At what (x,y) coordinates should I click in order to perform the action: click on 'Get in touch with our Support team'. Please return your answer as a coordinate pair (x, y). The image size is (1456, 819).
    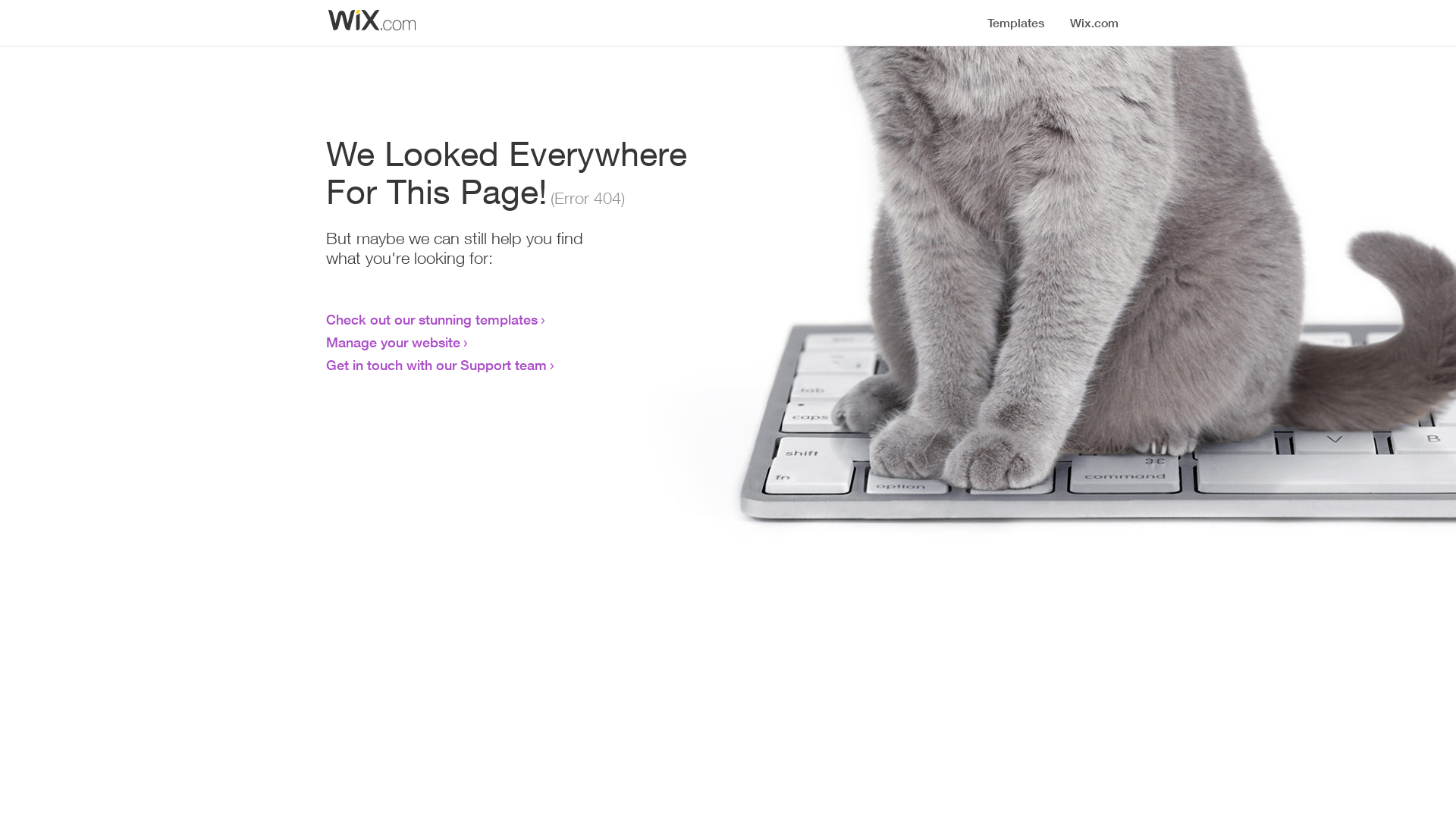
    Looking at the image, I should click on (435, 365).